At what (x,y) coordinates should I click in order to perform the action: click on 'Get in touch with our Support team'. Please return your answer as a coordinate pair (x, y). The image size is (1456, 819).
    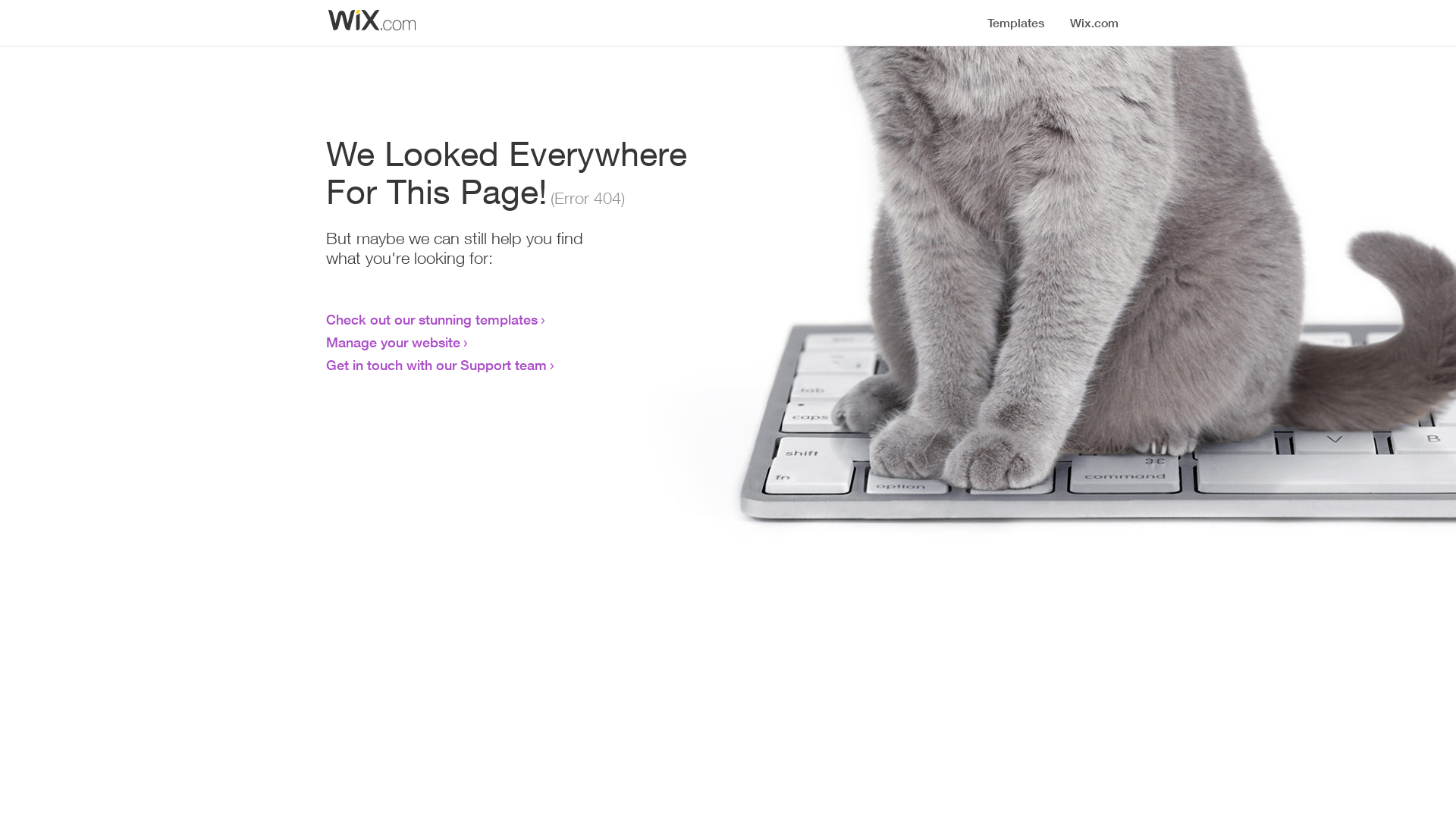
    Looking at the image, I should click on (435, 365).